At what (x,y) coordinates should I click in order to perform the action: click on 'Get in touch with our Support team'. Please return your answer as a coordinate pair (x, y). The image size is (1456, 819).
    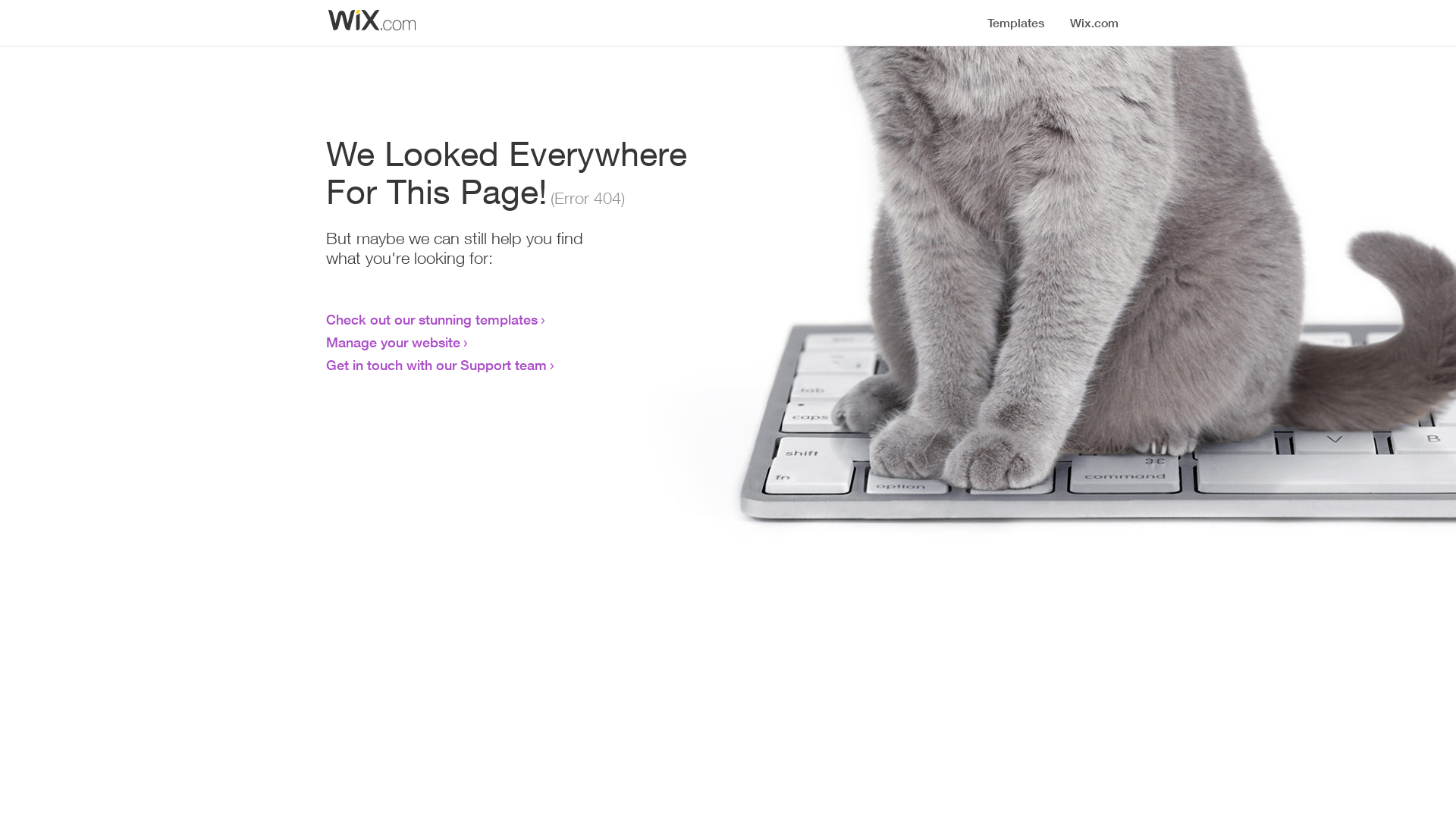
    Looking at the image, I should click on (435, 365).